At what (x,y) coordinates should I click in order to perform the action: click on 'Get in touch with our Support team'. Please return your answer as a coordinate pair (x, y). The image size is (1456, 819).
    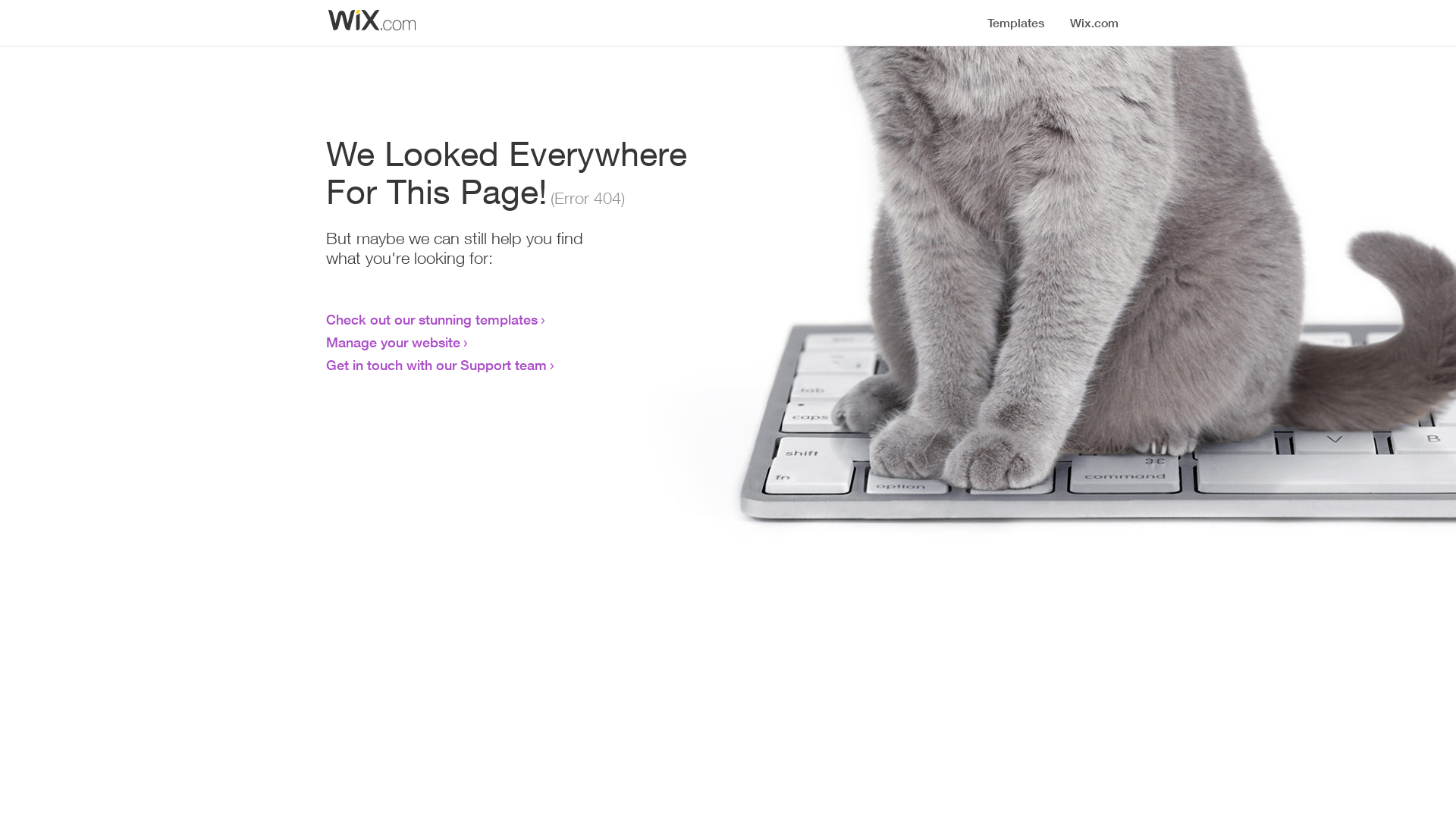
    Looking at the image, I should click on (435, 365).